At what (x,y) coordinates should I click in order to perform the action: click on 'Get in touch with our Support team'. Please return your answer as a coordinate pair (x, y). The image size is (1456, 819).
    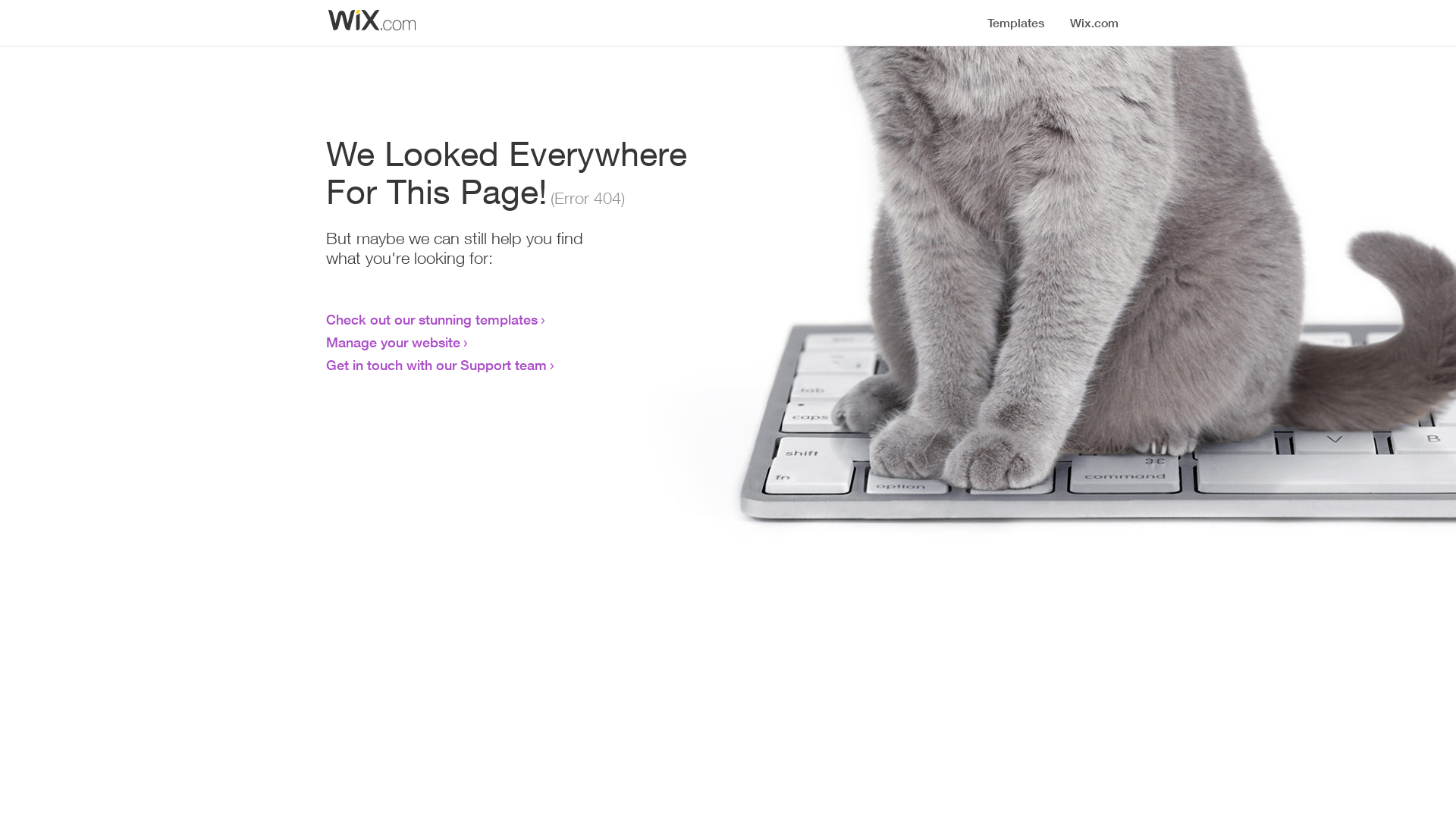
    Looking at the image, I should click on (435, 365).